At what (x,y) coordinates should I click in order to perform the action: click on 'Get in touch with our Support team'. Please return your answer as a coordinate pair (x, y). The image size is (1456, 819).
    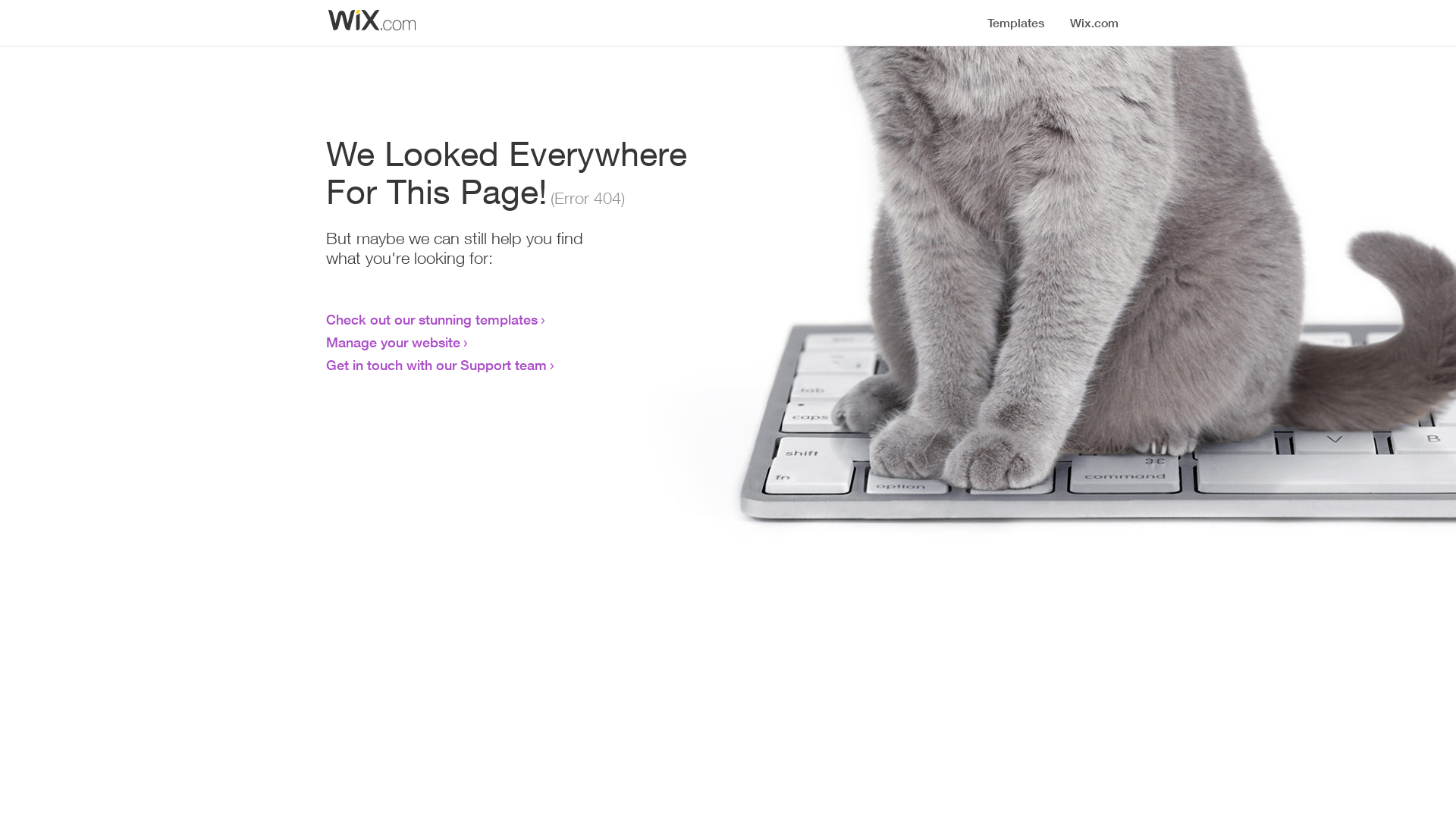
    Looking at the image, I should click on (435, 365).